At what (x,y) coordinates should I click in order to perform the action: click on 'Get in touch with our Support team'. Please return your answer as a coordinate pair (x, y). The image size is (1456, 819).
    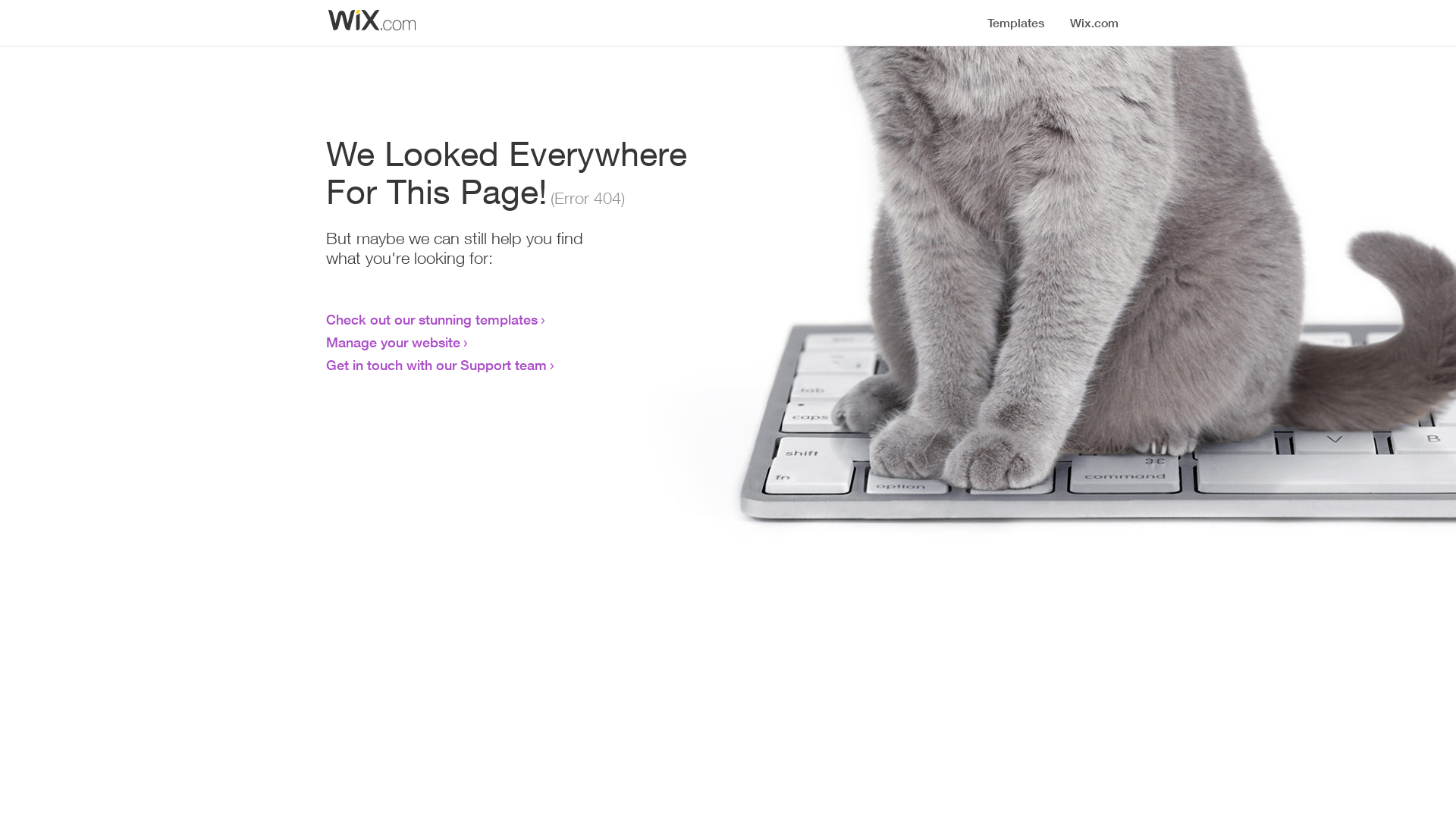
    Looking at the image, I should click on (435, 365).